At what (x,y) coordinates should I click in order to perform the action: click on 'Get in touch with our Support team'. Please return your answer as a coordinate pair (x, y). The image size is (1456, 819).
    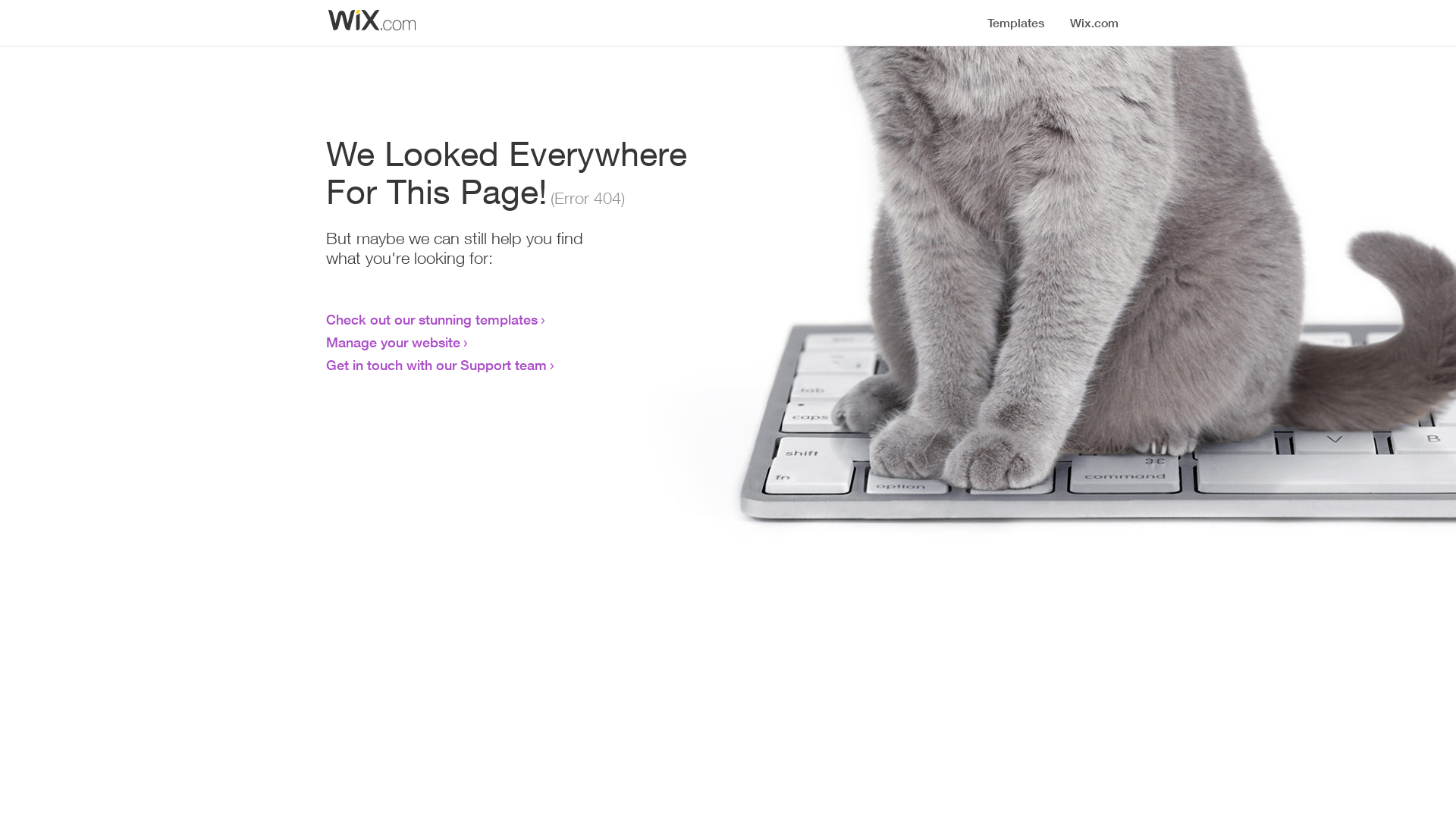
    Looking at the image, I should click on (435, 365).